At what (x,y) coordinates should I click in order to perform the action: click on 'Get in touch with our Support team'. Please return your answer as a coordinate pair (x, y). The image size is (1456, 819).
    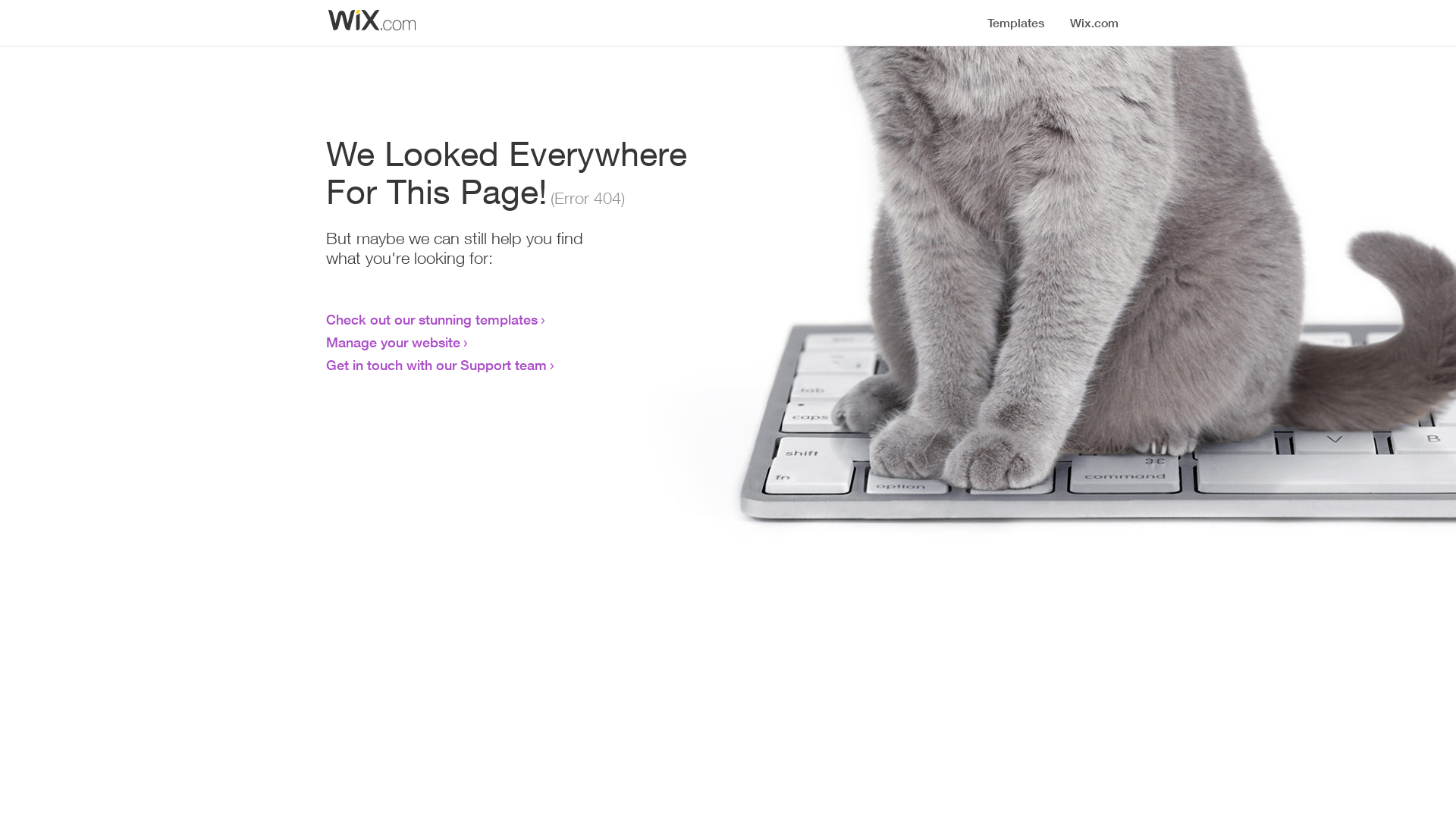
    Looking at the image, I should click on (435, 365).